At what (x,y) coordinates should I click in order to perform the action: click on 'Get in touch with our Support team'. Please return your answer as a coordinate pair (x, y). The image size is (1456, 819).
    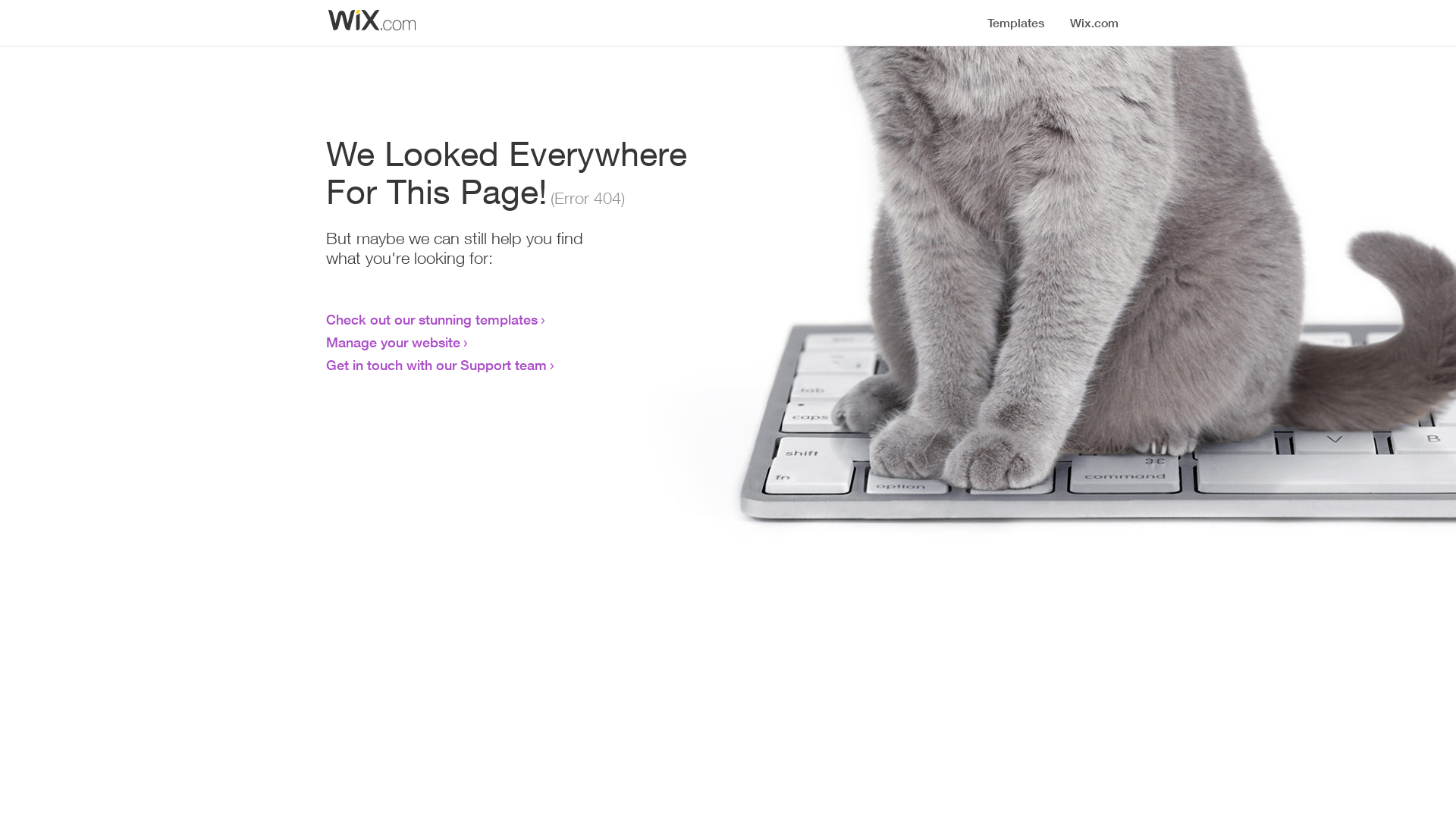
    Looking at the image, I should click on (435, 365).